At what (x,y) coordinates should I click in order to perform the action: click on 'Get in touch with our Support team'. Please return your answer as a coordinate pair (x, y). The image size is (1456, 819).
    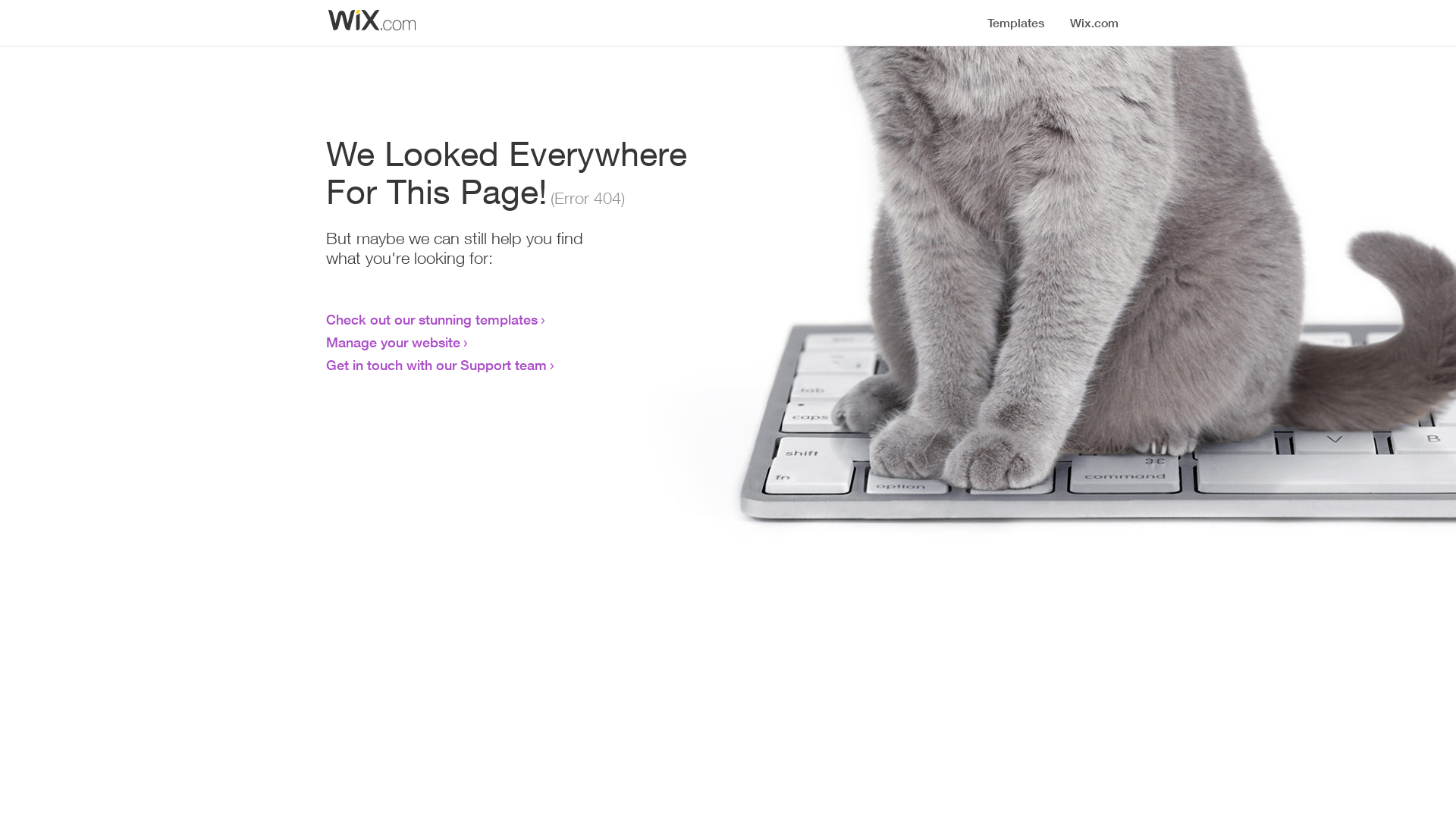
    Looking at the image, I should click on (435, 365).